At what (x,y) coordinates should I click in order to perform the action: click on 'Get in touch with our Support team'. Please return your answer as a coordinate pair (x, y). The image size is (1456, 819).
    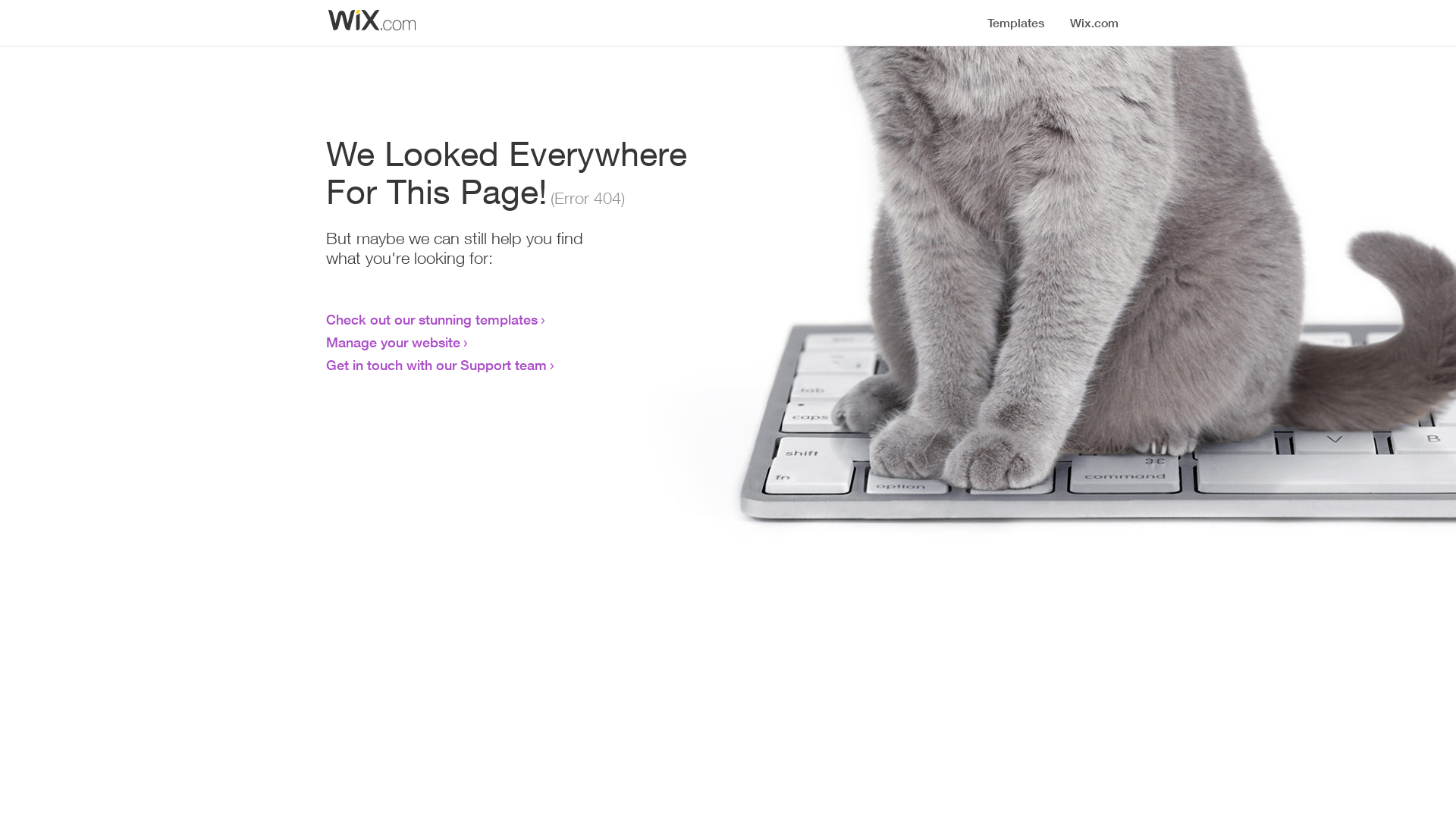
    Looking at the image, I should click on (435, 365).